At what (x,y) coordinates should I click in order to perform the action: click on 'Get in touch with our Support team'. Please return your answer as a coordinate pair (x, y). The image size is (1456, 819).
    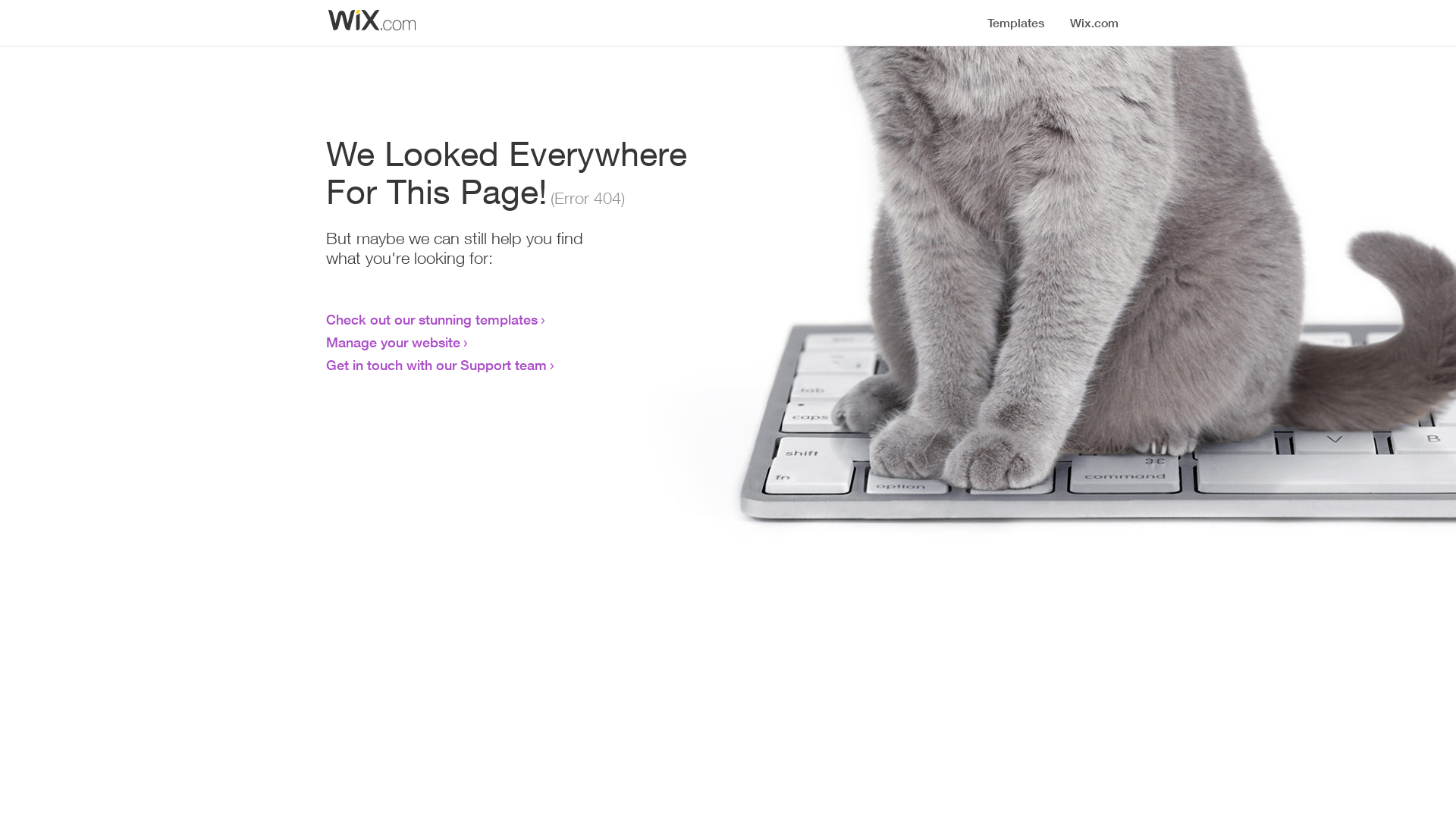
    Looking at the image, I should click on (435, 365).